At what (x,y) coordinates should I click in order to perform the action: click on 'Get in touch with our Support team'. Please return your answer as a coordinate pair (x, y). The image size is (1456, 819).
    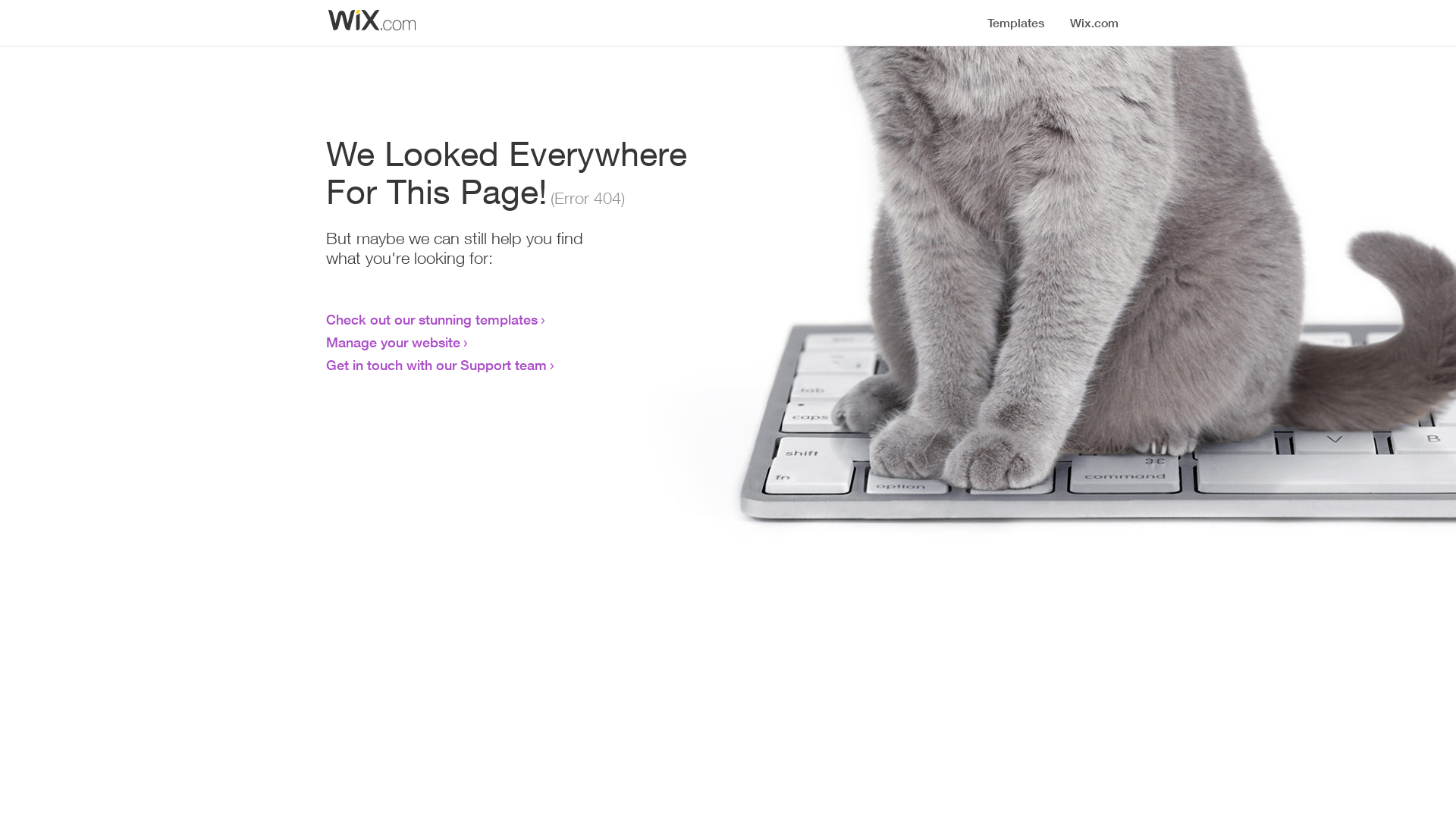
    Looking at the image, I should click on (435, 365).